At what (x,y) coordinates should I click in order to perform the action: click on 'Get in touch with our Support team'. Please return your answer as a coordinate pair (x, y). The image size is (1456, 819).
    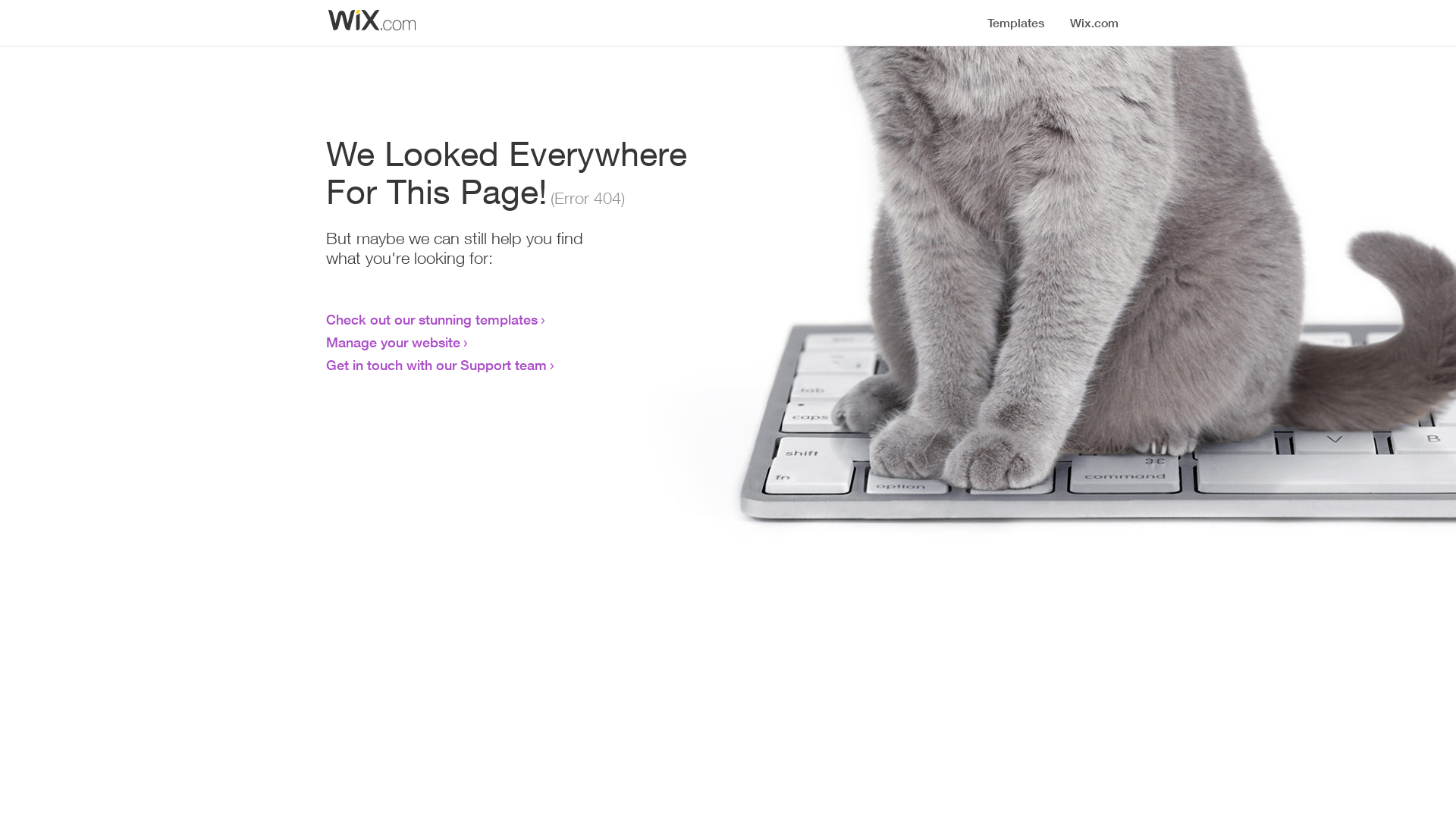
    Looking at the image, I should click on (435, 365).